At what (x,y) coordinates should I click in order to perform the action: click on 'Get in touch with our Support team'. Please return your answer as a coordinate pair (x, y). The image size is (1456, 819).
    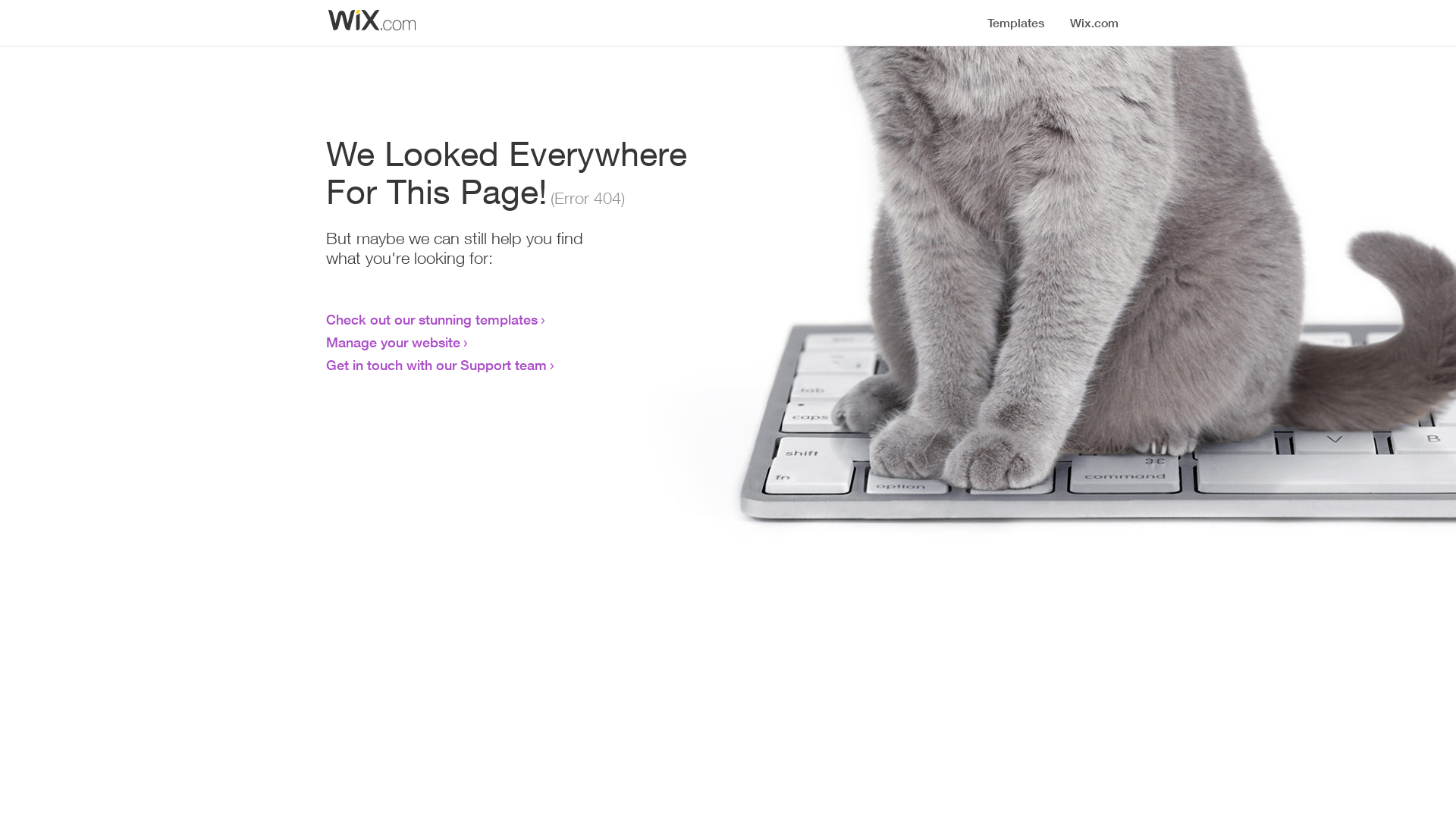
    Looking at the image, I should click on (435, 365).